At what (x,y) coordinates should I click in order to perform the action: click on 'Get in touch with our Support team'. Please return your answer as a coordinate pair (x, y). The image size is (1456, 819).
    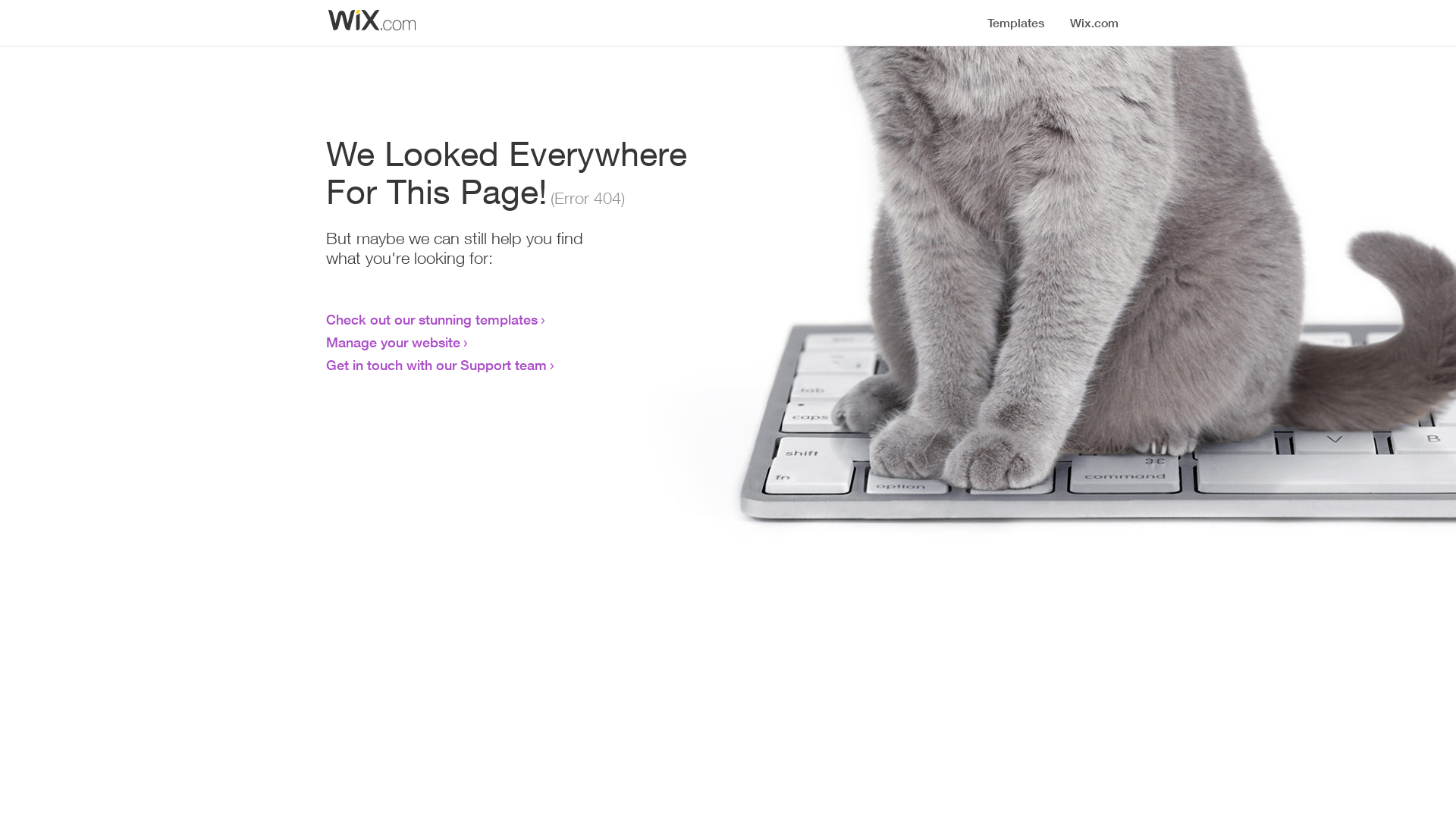
    Looking at the image, I should click on (435, 365).